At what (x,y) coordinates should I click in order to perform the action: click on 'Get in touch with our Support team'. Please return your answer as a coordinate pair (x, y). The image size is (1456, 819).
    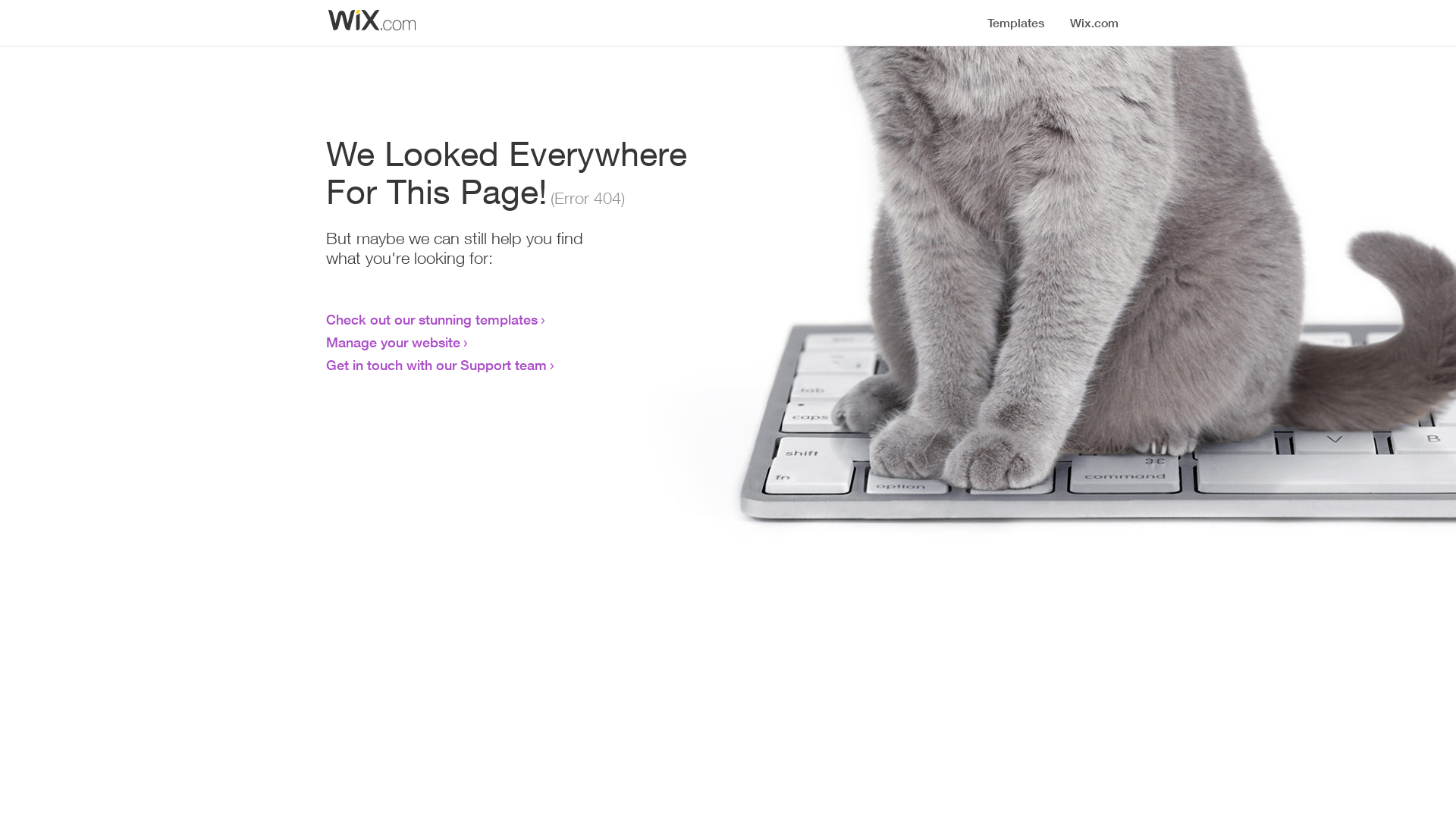
    Looking at the image, I should click on (435, 365).